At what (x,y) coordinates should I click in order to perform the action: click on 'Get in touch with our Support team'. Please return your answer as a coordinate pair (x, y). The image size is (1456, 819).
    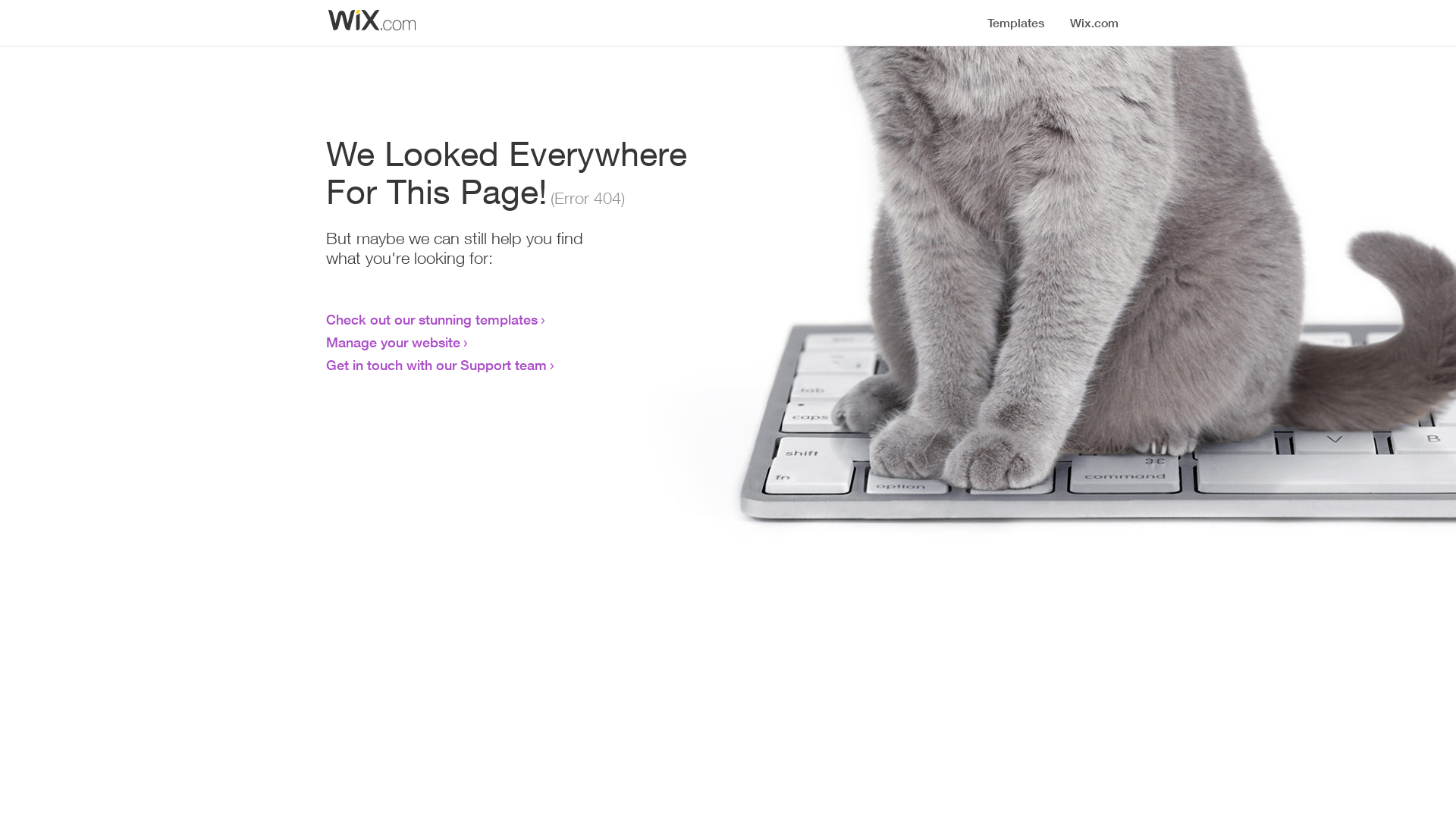
    Looking at the image, I should click on (435, 365).